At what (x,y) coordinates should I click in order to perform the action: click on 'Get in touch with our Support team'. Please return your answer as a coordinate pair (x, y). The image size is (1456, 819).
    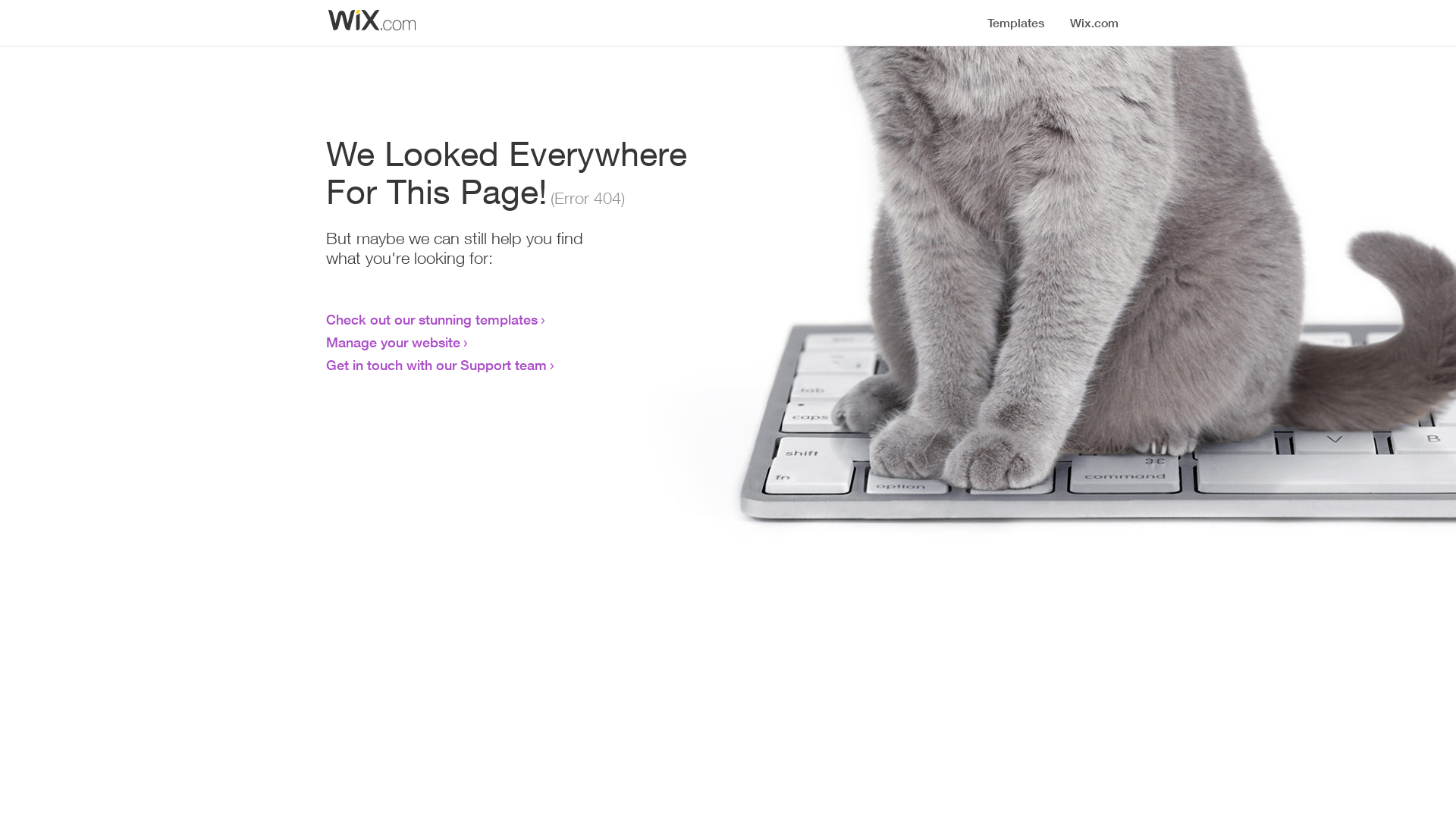
    Looking at the image, I should click on (435, 365).